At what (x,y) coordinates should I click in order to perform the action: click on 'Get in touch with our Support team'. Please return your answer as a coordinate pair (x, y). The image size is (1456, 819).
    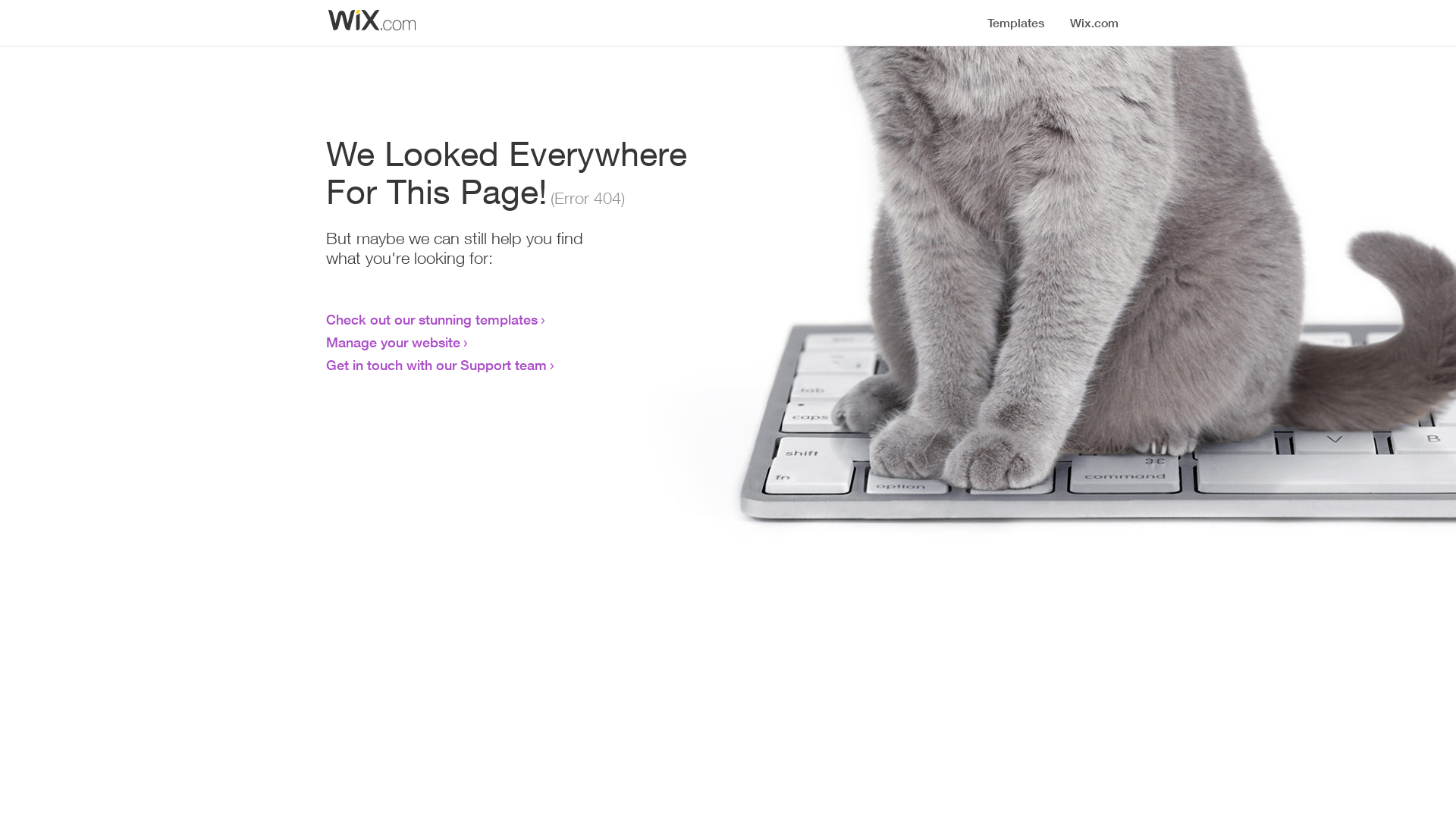
    Looking at the image, I should click on (435, 365).